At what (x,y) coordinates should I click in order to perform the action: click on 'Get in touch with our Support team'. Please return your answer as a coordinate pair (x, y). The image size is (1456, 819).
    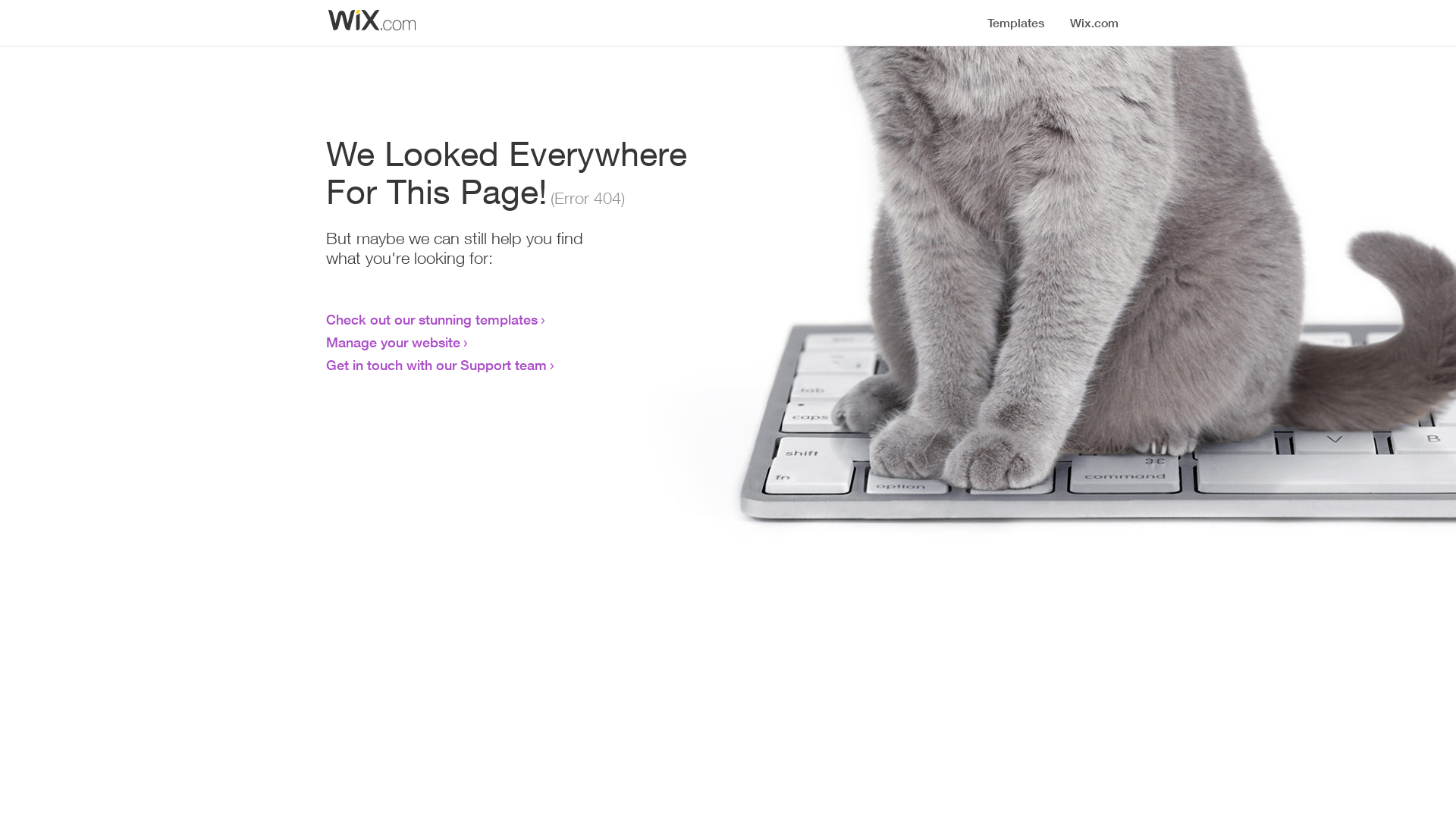
    Looking at the image, I should click on (435, 365).